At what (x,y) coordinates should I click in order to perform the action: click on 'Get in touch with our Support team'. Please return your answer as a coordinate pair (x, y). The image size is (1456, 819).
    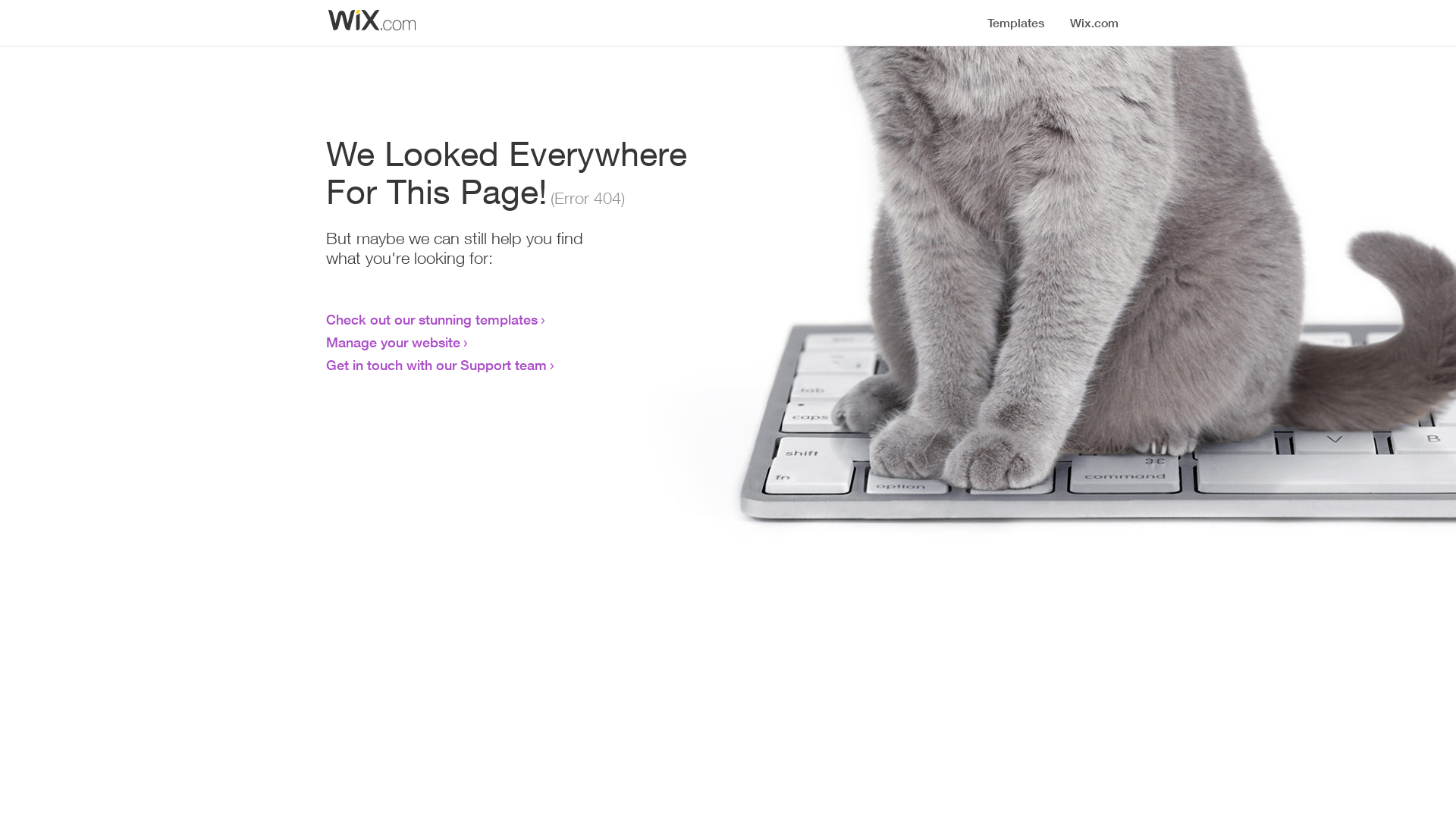
    Looking at the image, I should click on (435, 365).